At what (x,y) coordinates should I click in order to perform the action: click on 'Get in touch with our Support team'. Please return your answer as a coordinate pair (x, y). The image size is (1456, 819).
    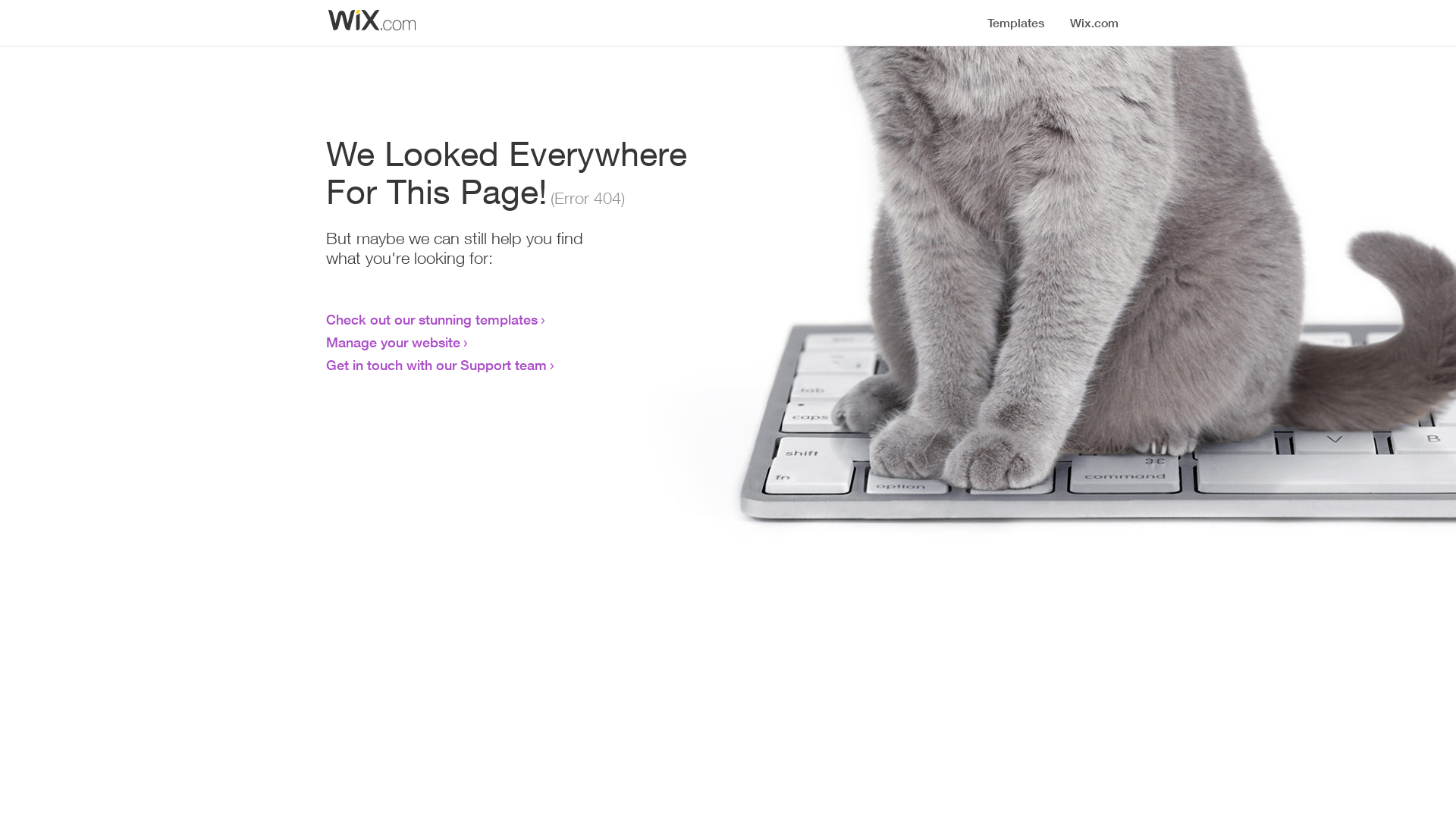
    Looking at the image, I should click on (435, 365).